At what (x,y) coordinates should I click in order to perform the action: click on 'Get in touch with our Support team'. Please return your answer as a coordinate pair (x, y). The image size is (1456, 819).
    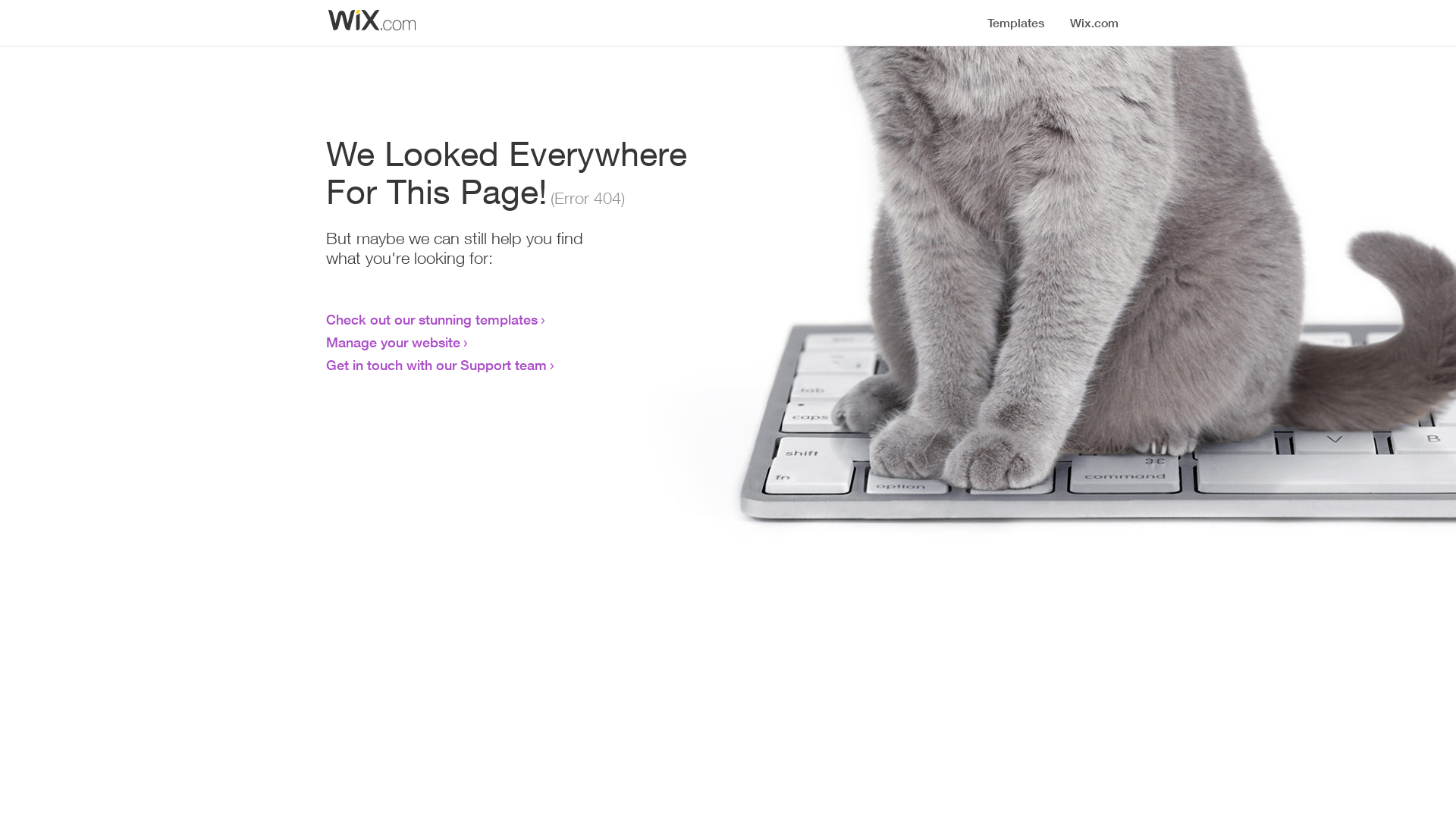
    Looking at the image, I should click on (435, 365).